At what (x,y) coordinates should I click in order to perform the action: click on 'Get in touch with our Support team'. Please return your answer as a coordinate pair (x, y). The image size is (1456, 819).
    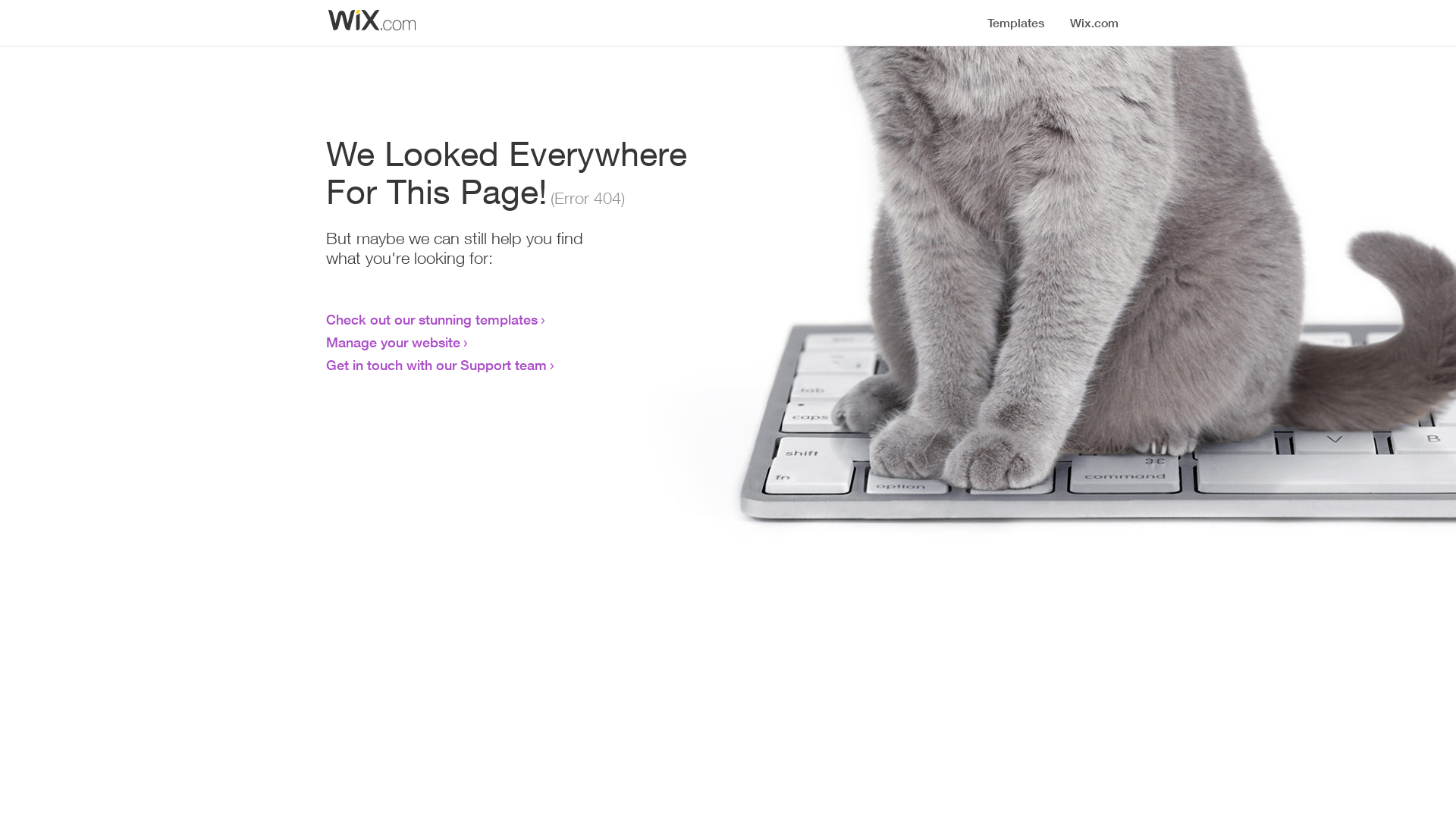
    Looking at the image, I should click on (435, 365).